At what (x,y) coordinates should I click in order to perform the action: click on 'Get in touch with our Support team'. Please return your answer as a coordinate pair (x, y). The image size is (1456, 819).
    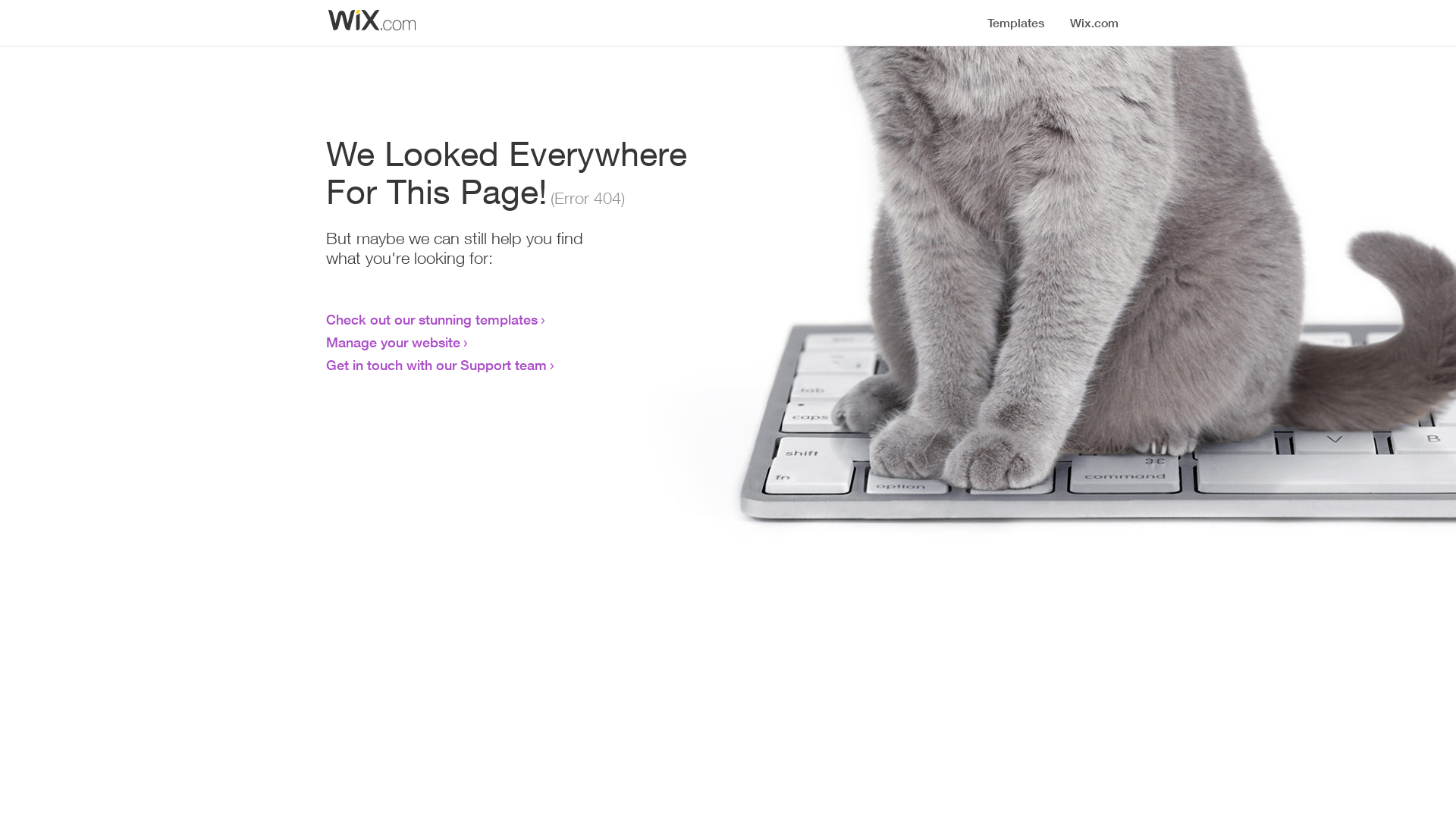
    Looking at the image, I should click on (435, 365).